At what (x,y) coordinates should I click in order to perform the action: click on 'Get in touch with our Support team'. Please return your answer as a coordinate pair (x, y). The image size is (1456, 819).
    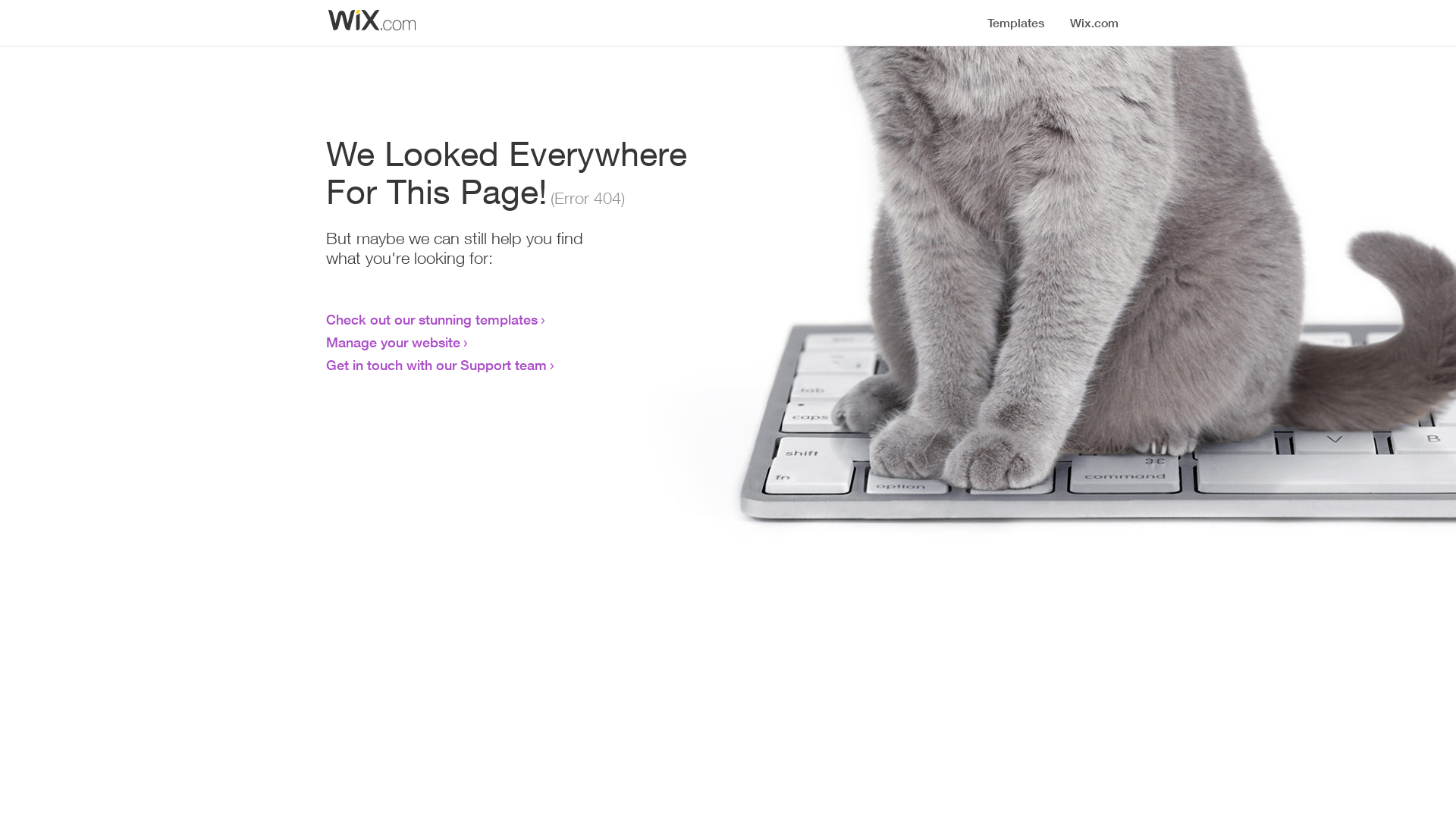
    Looking at the image, I should click on (435, 365).